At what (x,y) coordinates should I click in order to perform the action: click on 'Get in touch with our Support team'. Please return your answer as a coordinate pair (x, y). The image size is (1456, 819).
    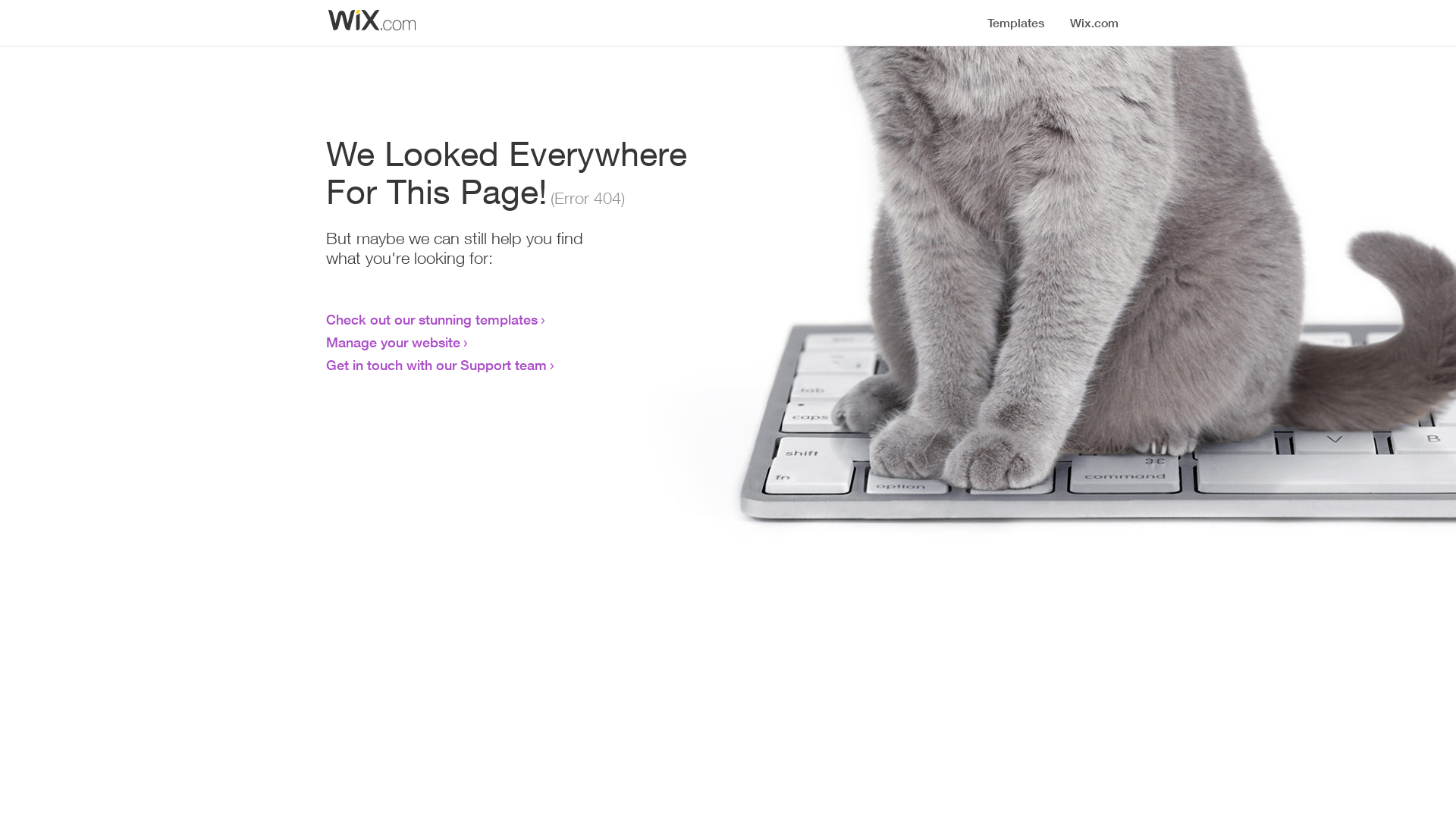
    Looking at the image, I should click on (435, 365).